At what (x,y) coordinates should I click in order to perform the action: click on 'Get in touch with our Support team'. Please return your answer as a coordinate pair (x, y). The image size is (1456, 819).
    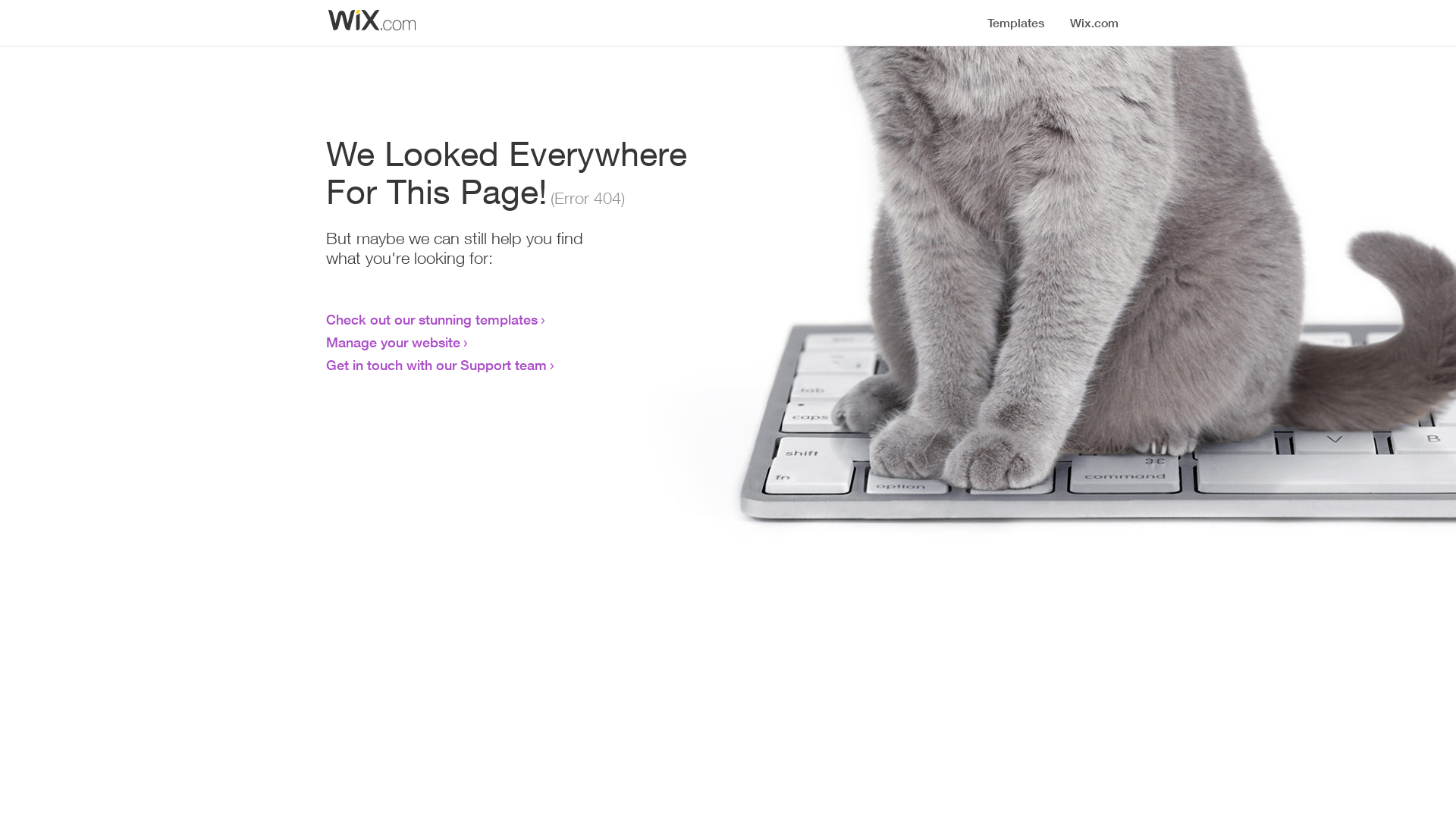
    Looking at the image, I should click on (435, 365).